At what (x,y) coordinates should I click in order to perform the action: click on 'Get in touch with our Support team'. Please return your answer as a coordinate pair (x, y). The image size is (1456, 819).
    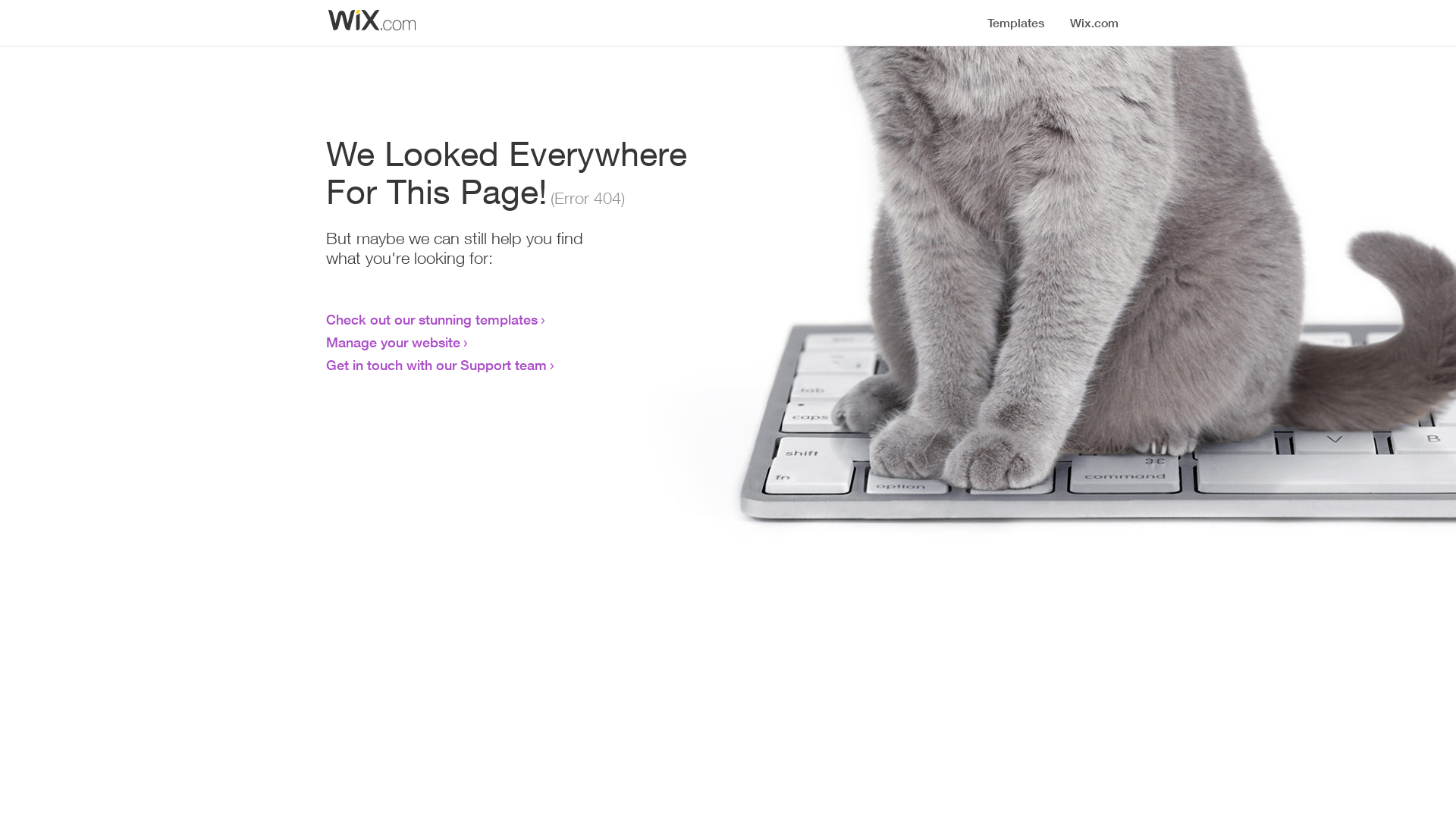
    Looking at the image, I should click on (435, 365).